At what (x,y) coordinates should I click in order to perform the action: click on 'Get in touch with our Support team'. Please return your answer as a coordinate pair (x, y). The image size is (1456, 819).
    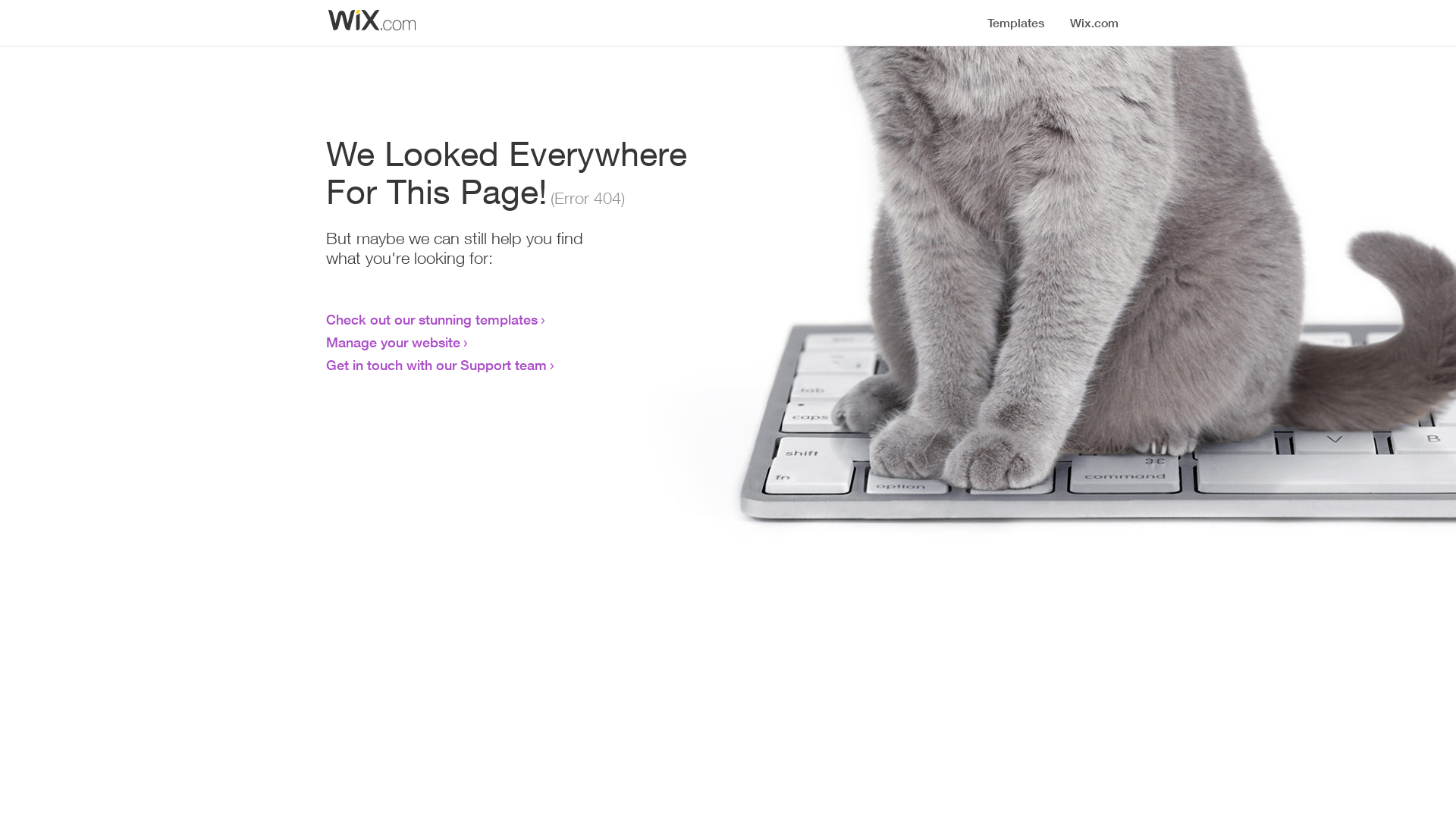
    Looking at the image, I should click on (435, 365).